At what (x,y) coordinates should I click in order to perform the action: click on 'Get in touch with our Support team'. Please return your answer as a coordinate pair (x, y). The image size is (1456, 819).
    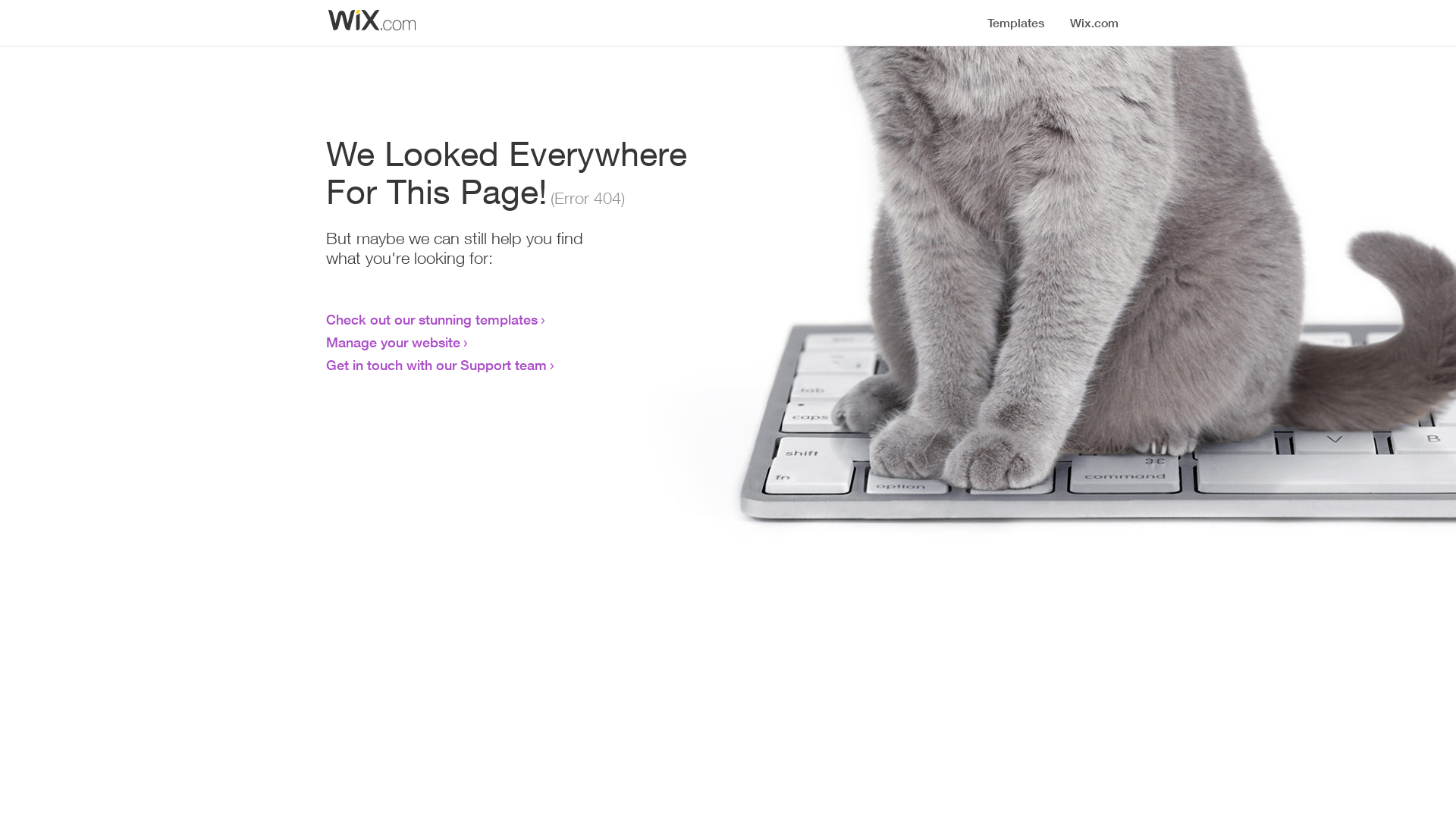
    Looking at the image, I should click on (435, 365).